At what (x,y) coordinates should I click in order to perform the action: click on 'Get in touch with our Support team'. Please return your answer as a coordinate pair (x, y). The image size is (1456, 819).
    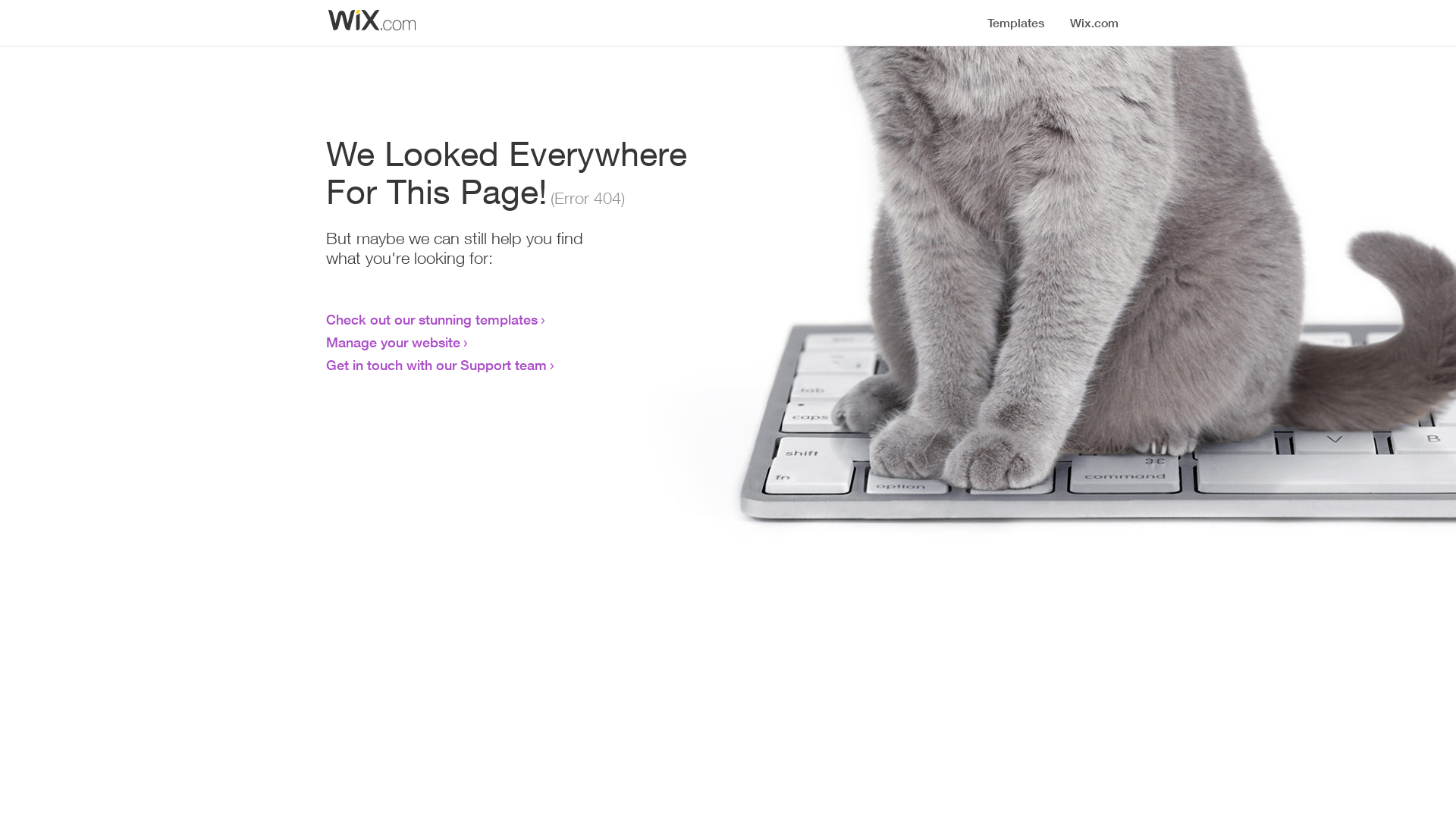
    Looking at the image, I should click on (435, 365).